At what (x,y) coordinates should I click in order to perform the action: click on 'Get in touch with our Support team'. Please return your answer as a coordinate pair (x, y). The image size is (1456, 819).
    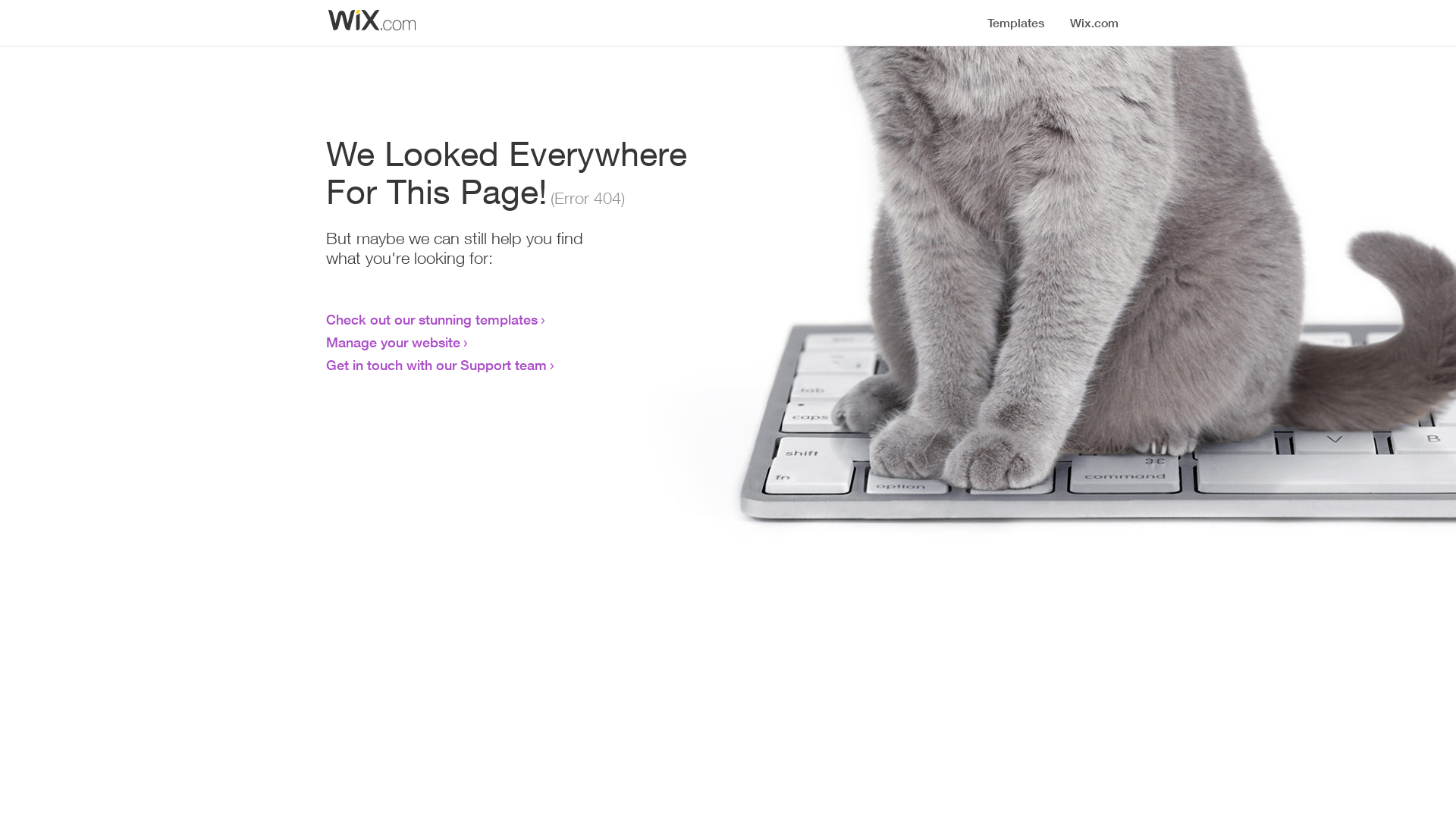
    Looking at the image, I should click on (435, 365).